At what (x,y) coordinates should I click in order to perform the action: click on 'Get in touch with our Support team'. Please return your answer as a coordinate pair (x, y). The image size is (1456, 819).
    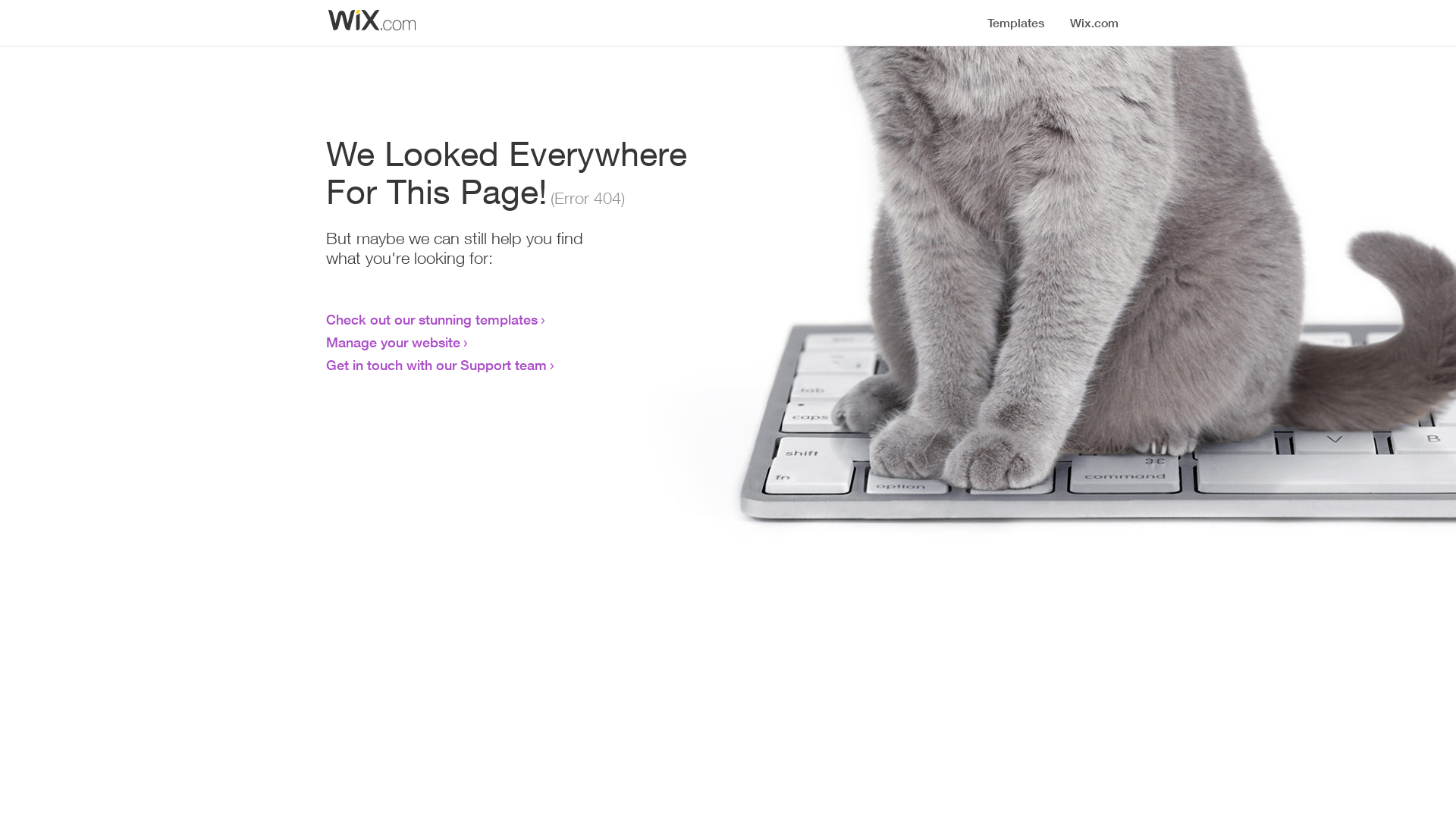
    Looking at the image, I should click on (435, 365).